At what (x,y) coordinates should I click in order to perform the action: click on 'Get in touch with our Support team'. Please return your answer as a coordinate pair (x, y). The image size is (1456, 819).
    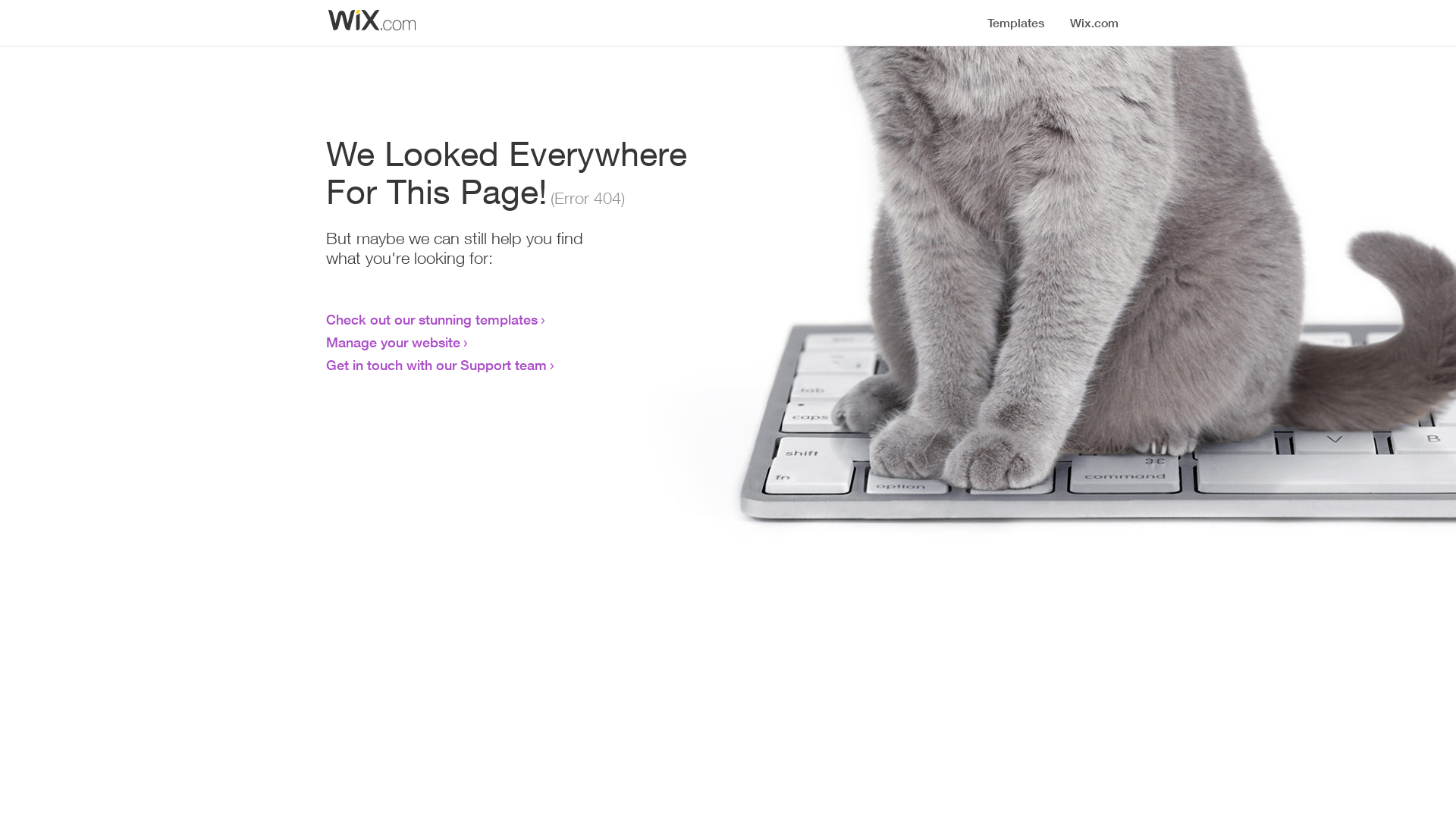
    Looking at the image, I should click on (435, 365).